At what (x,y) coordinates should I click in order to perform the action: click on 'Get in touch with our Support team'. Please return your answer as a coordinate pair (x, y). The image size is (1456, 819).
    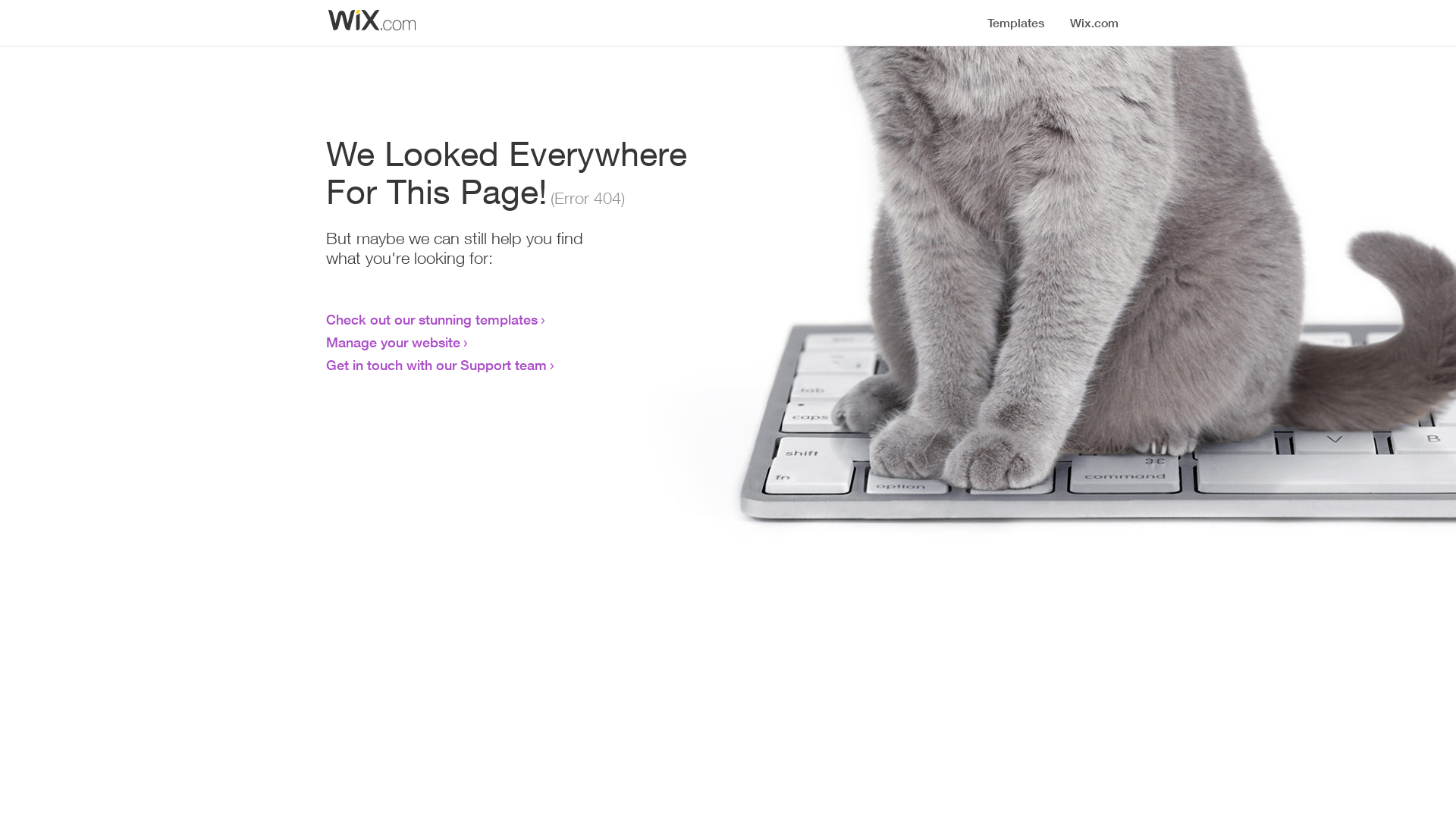
    Looking at the image, I should click on (435, 365).